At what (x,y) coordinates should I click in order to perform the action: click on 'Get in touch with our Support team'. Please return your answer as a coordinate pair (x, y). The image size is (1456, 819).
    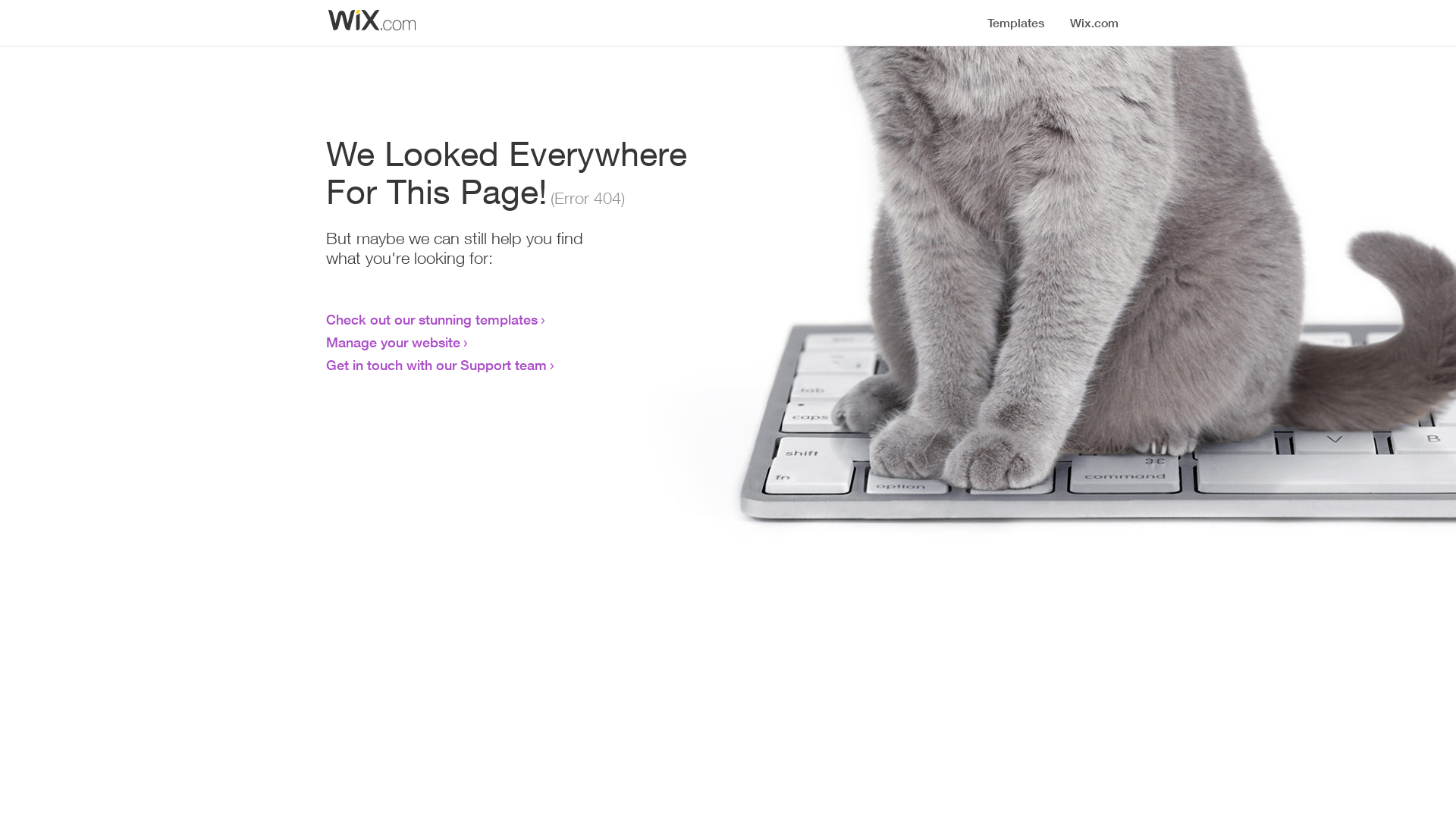
    Looking at the image, I should click on (435, 365).